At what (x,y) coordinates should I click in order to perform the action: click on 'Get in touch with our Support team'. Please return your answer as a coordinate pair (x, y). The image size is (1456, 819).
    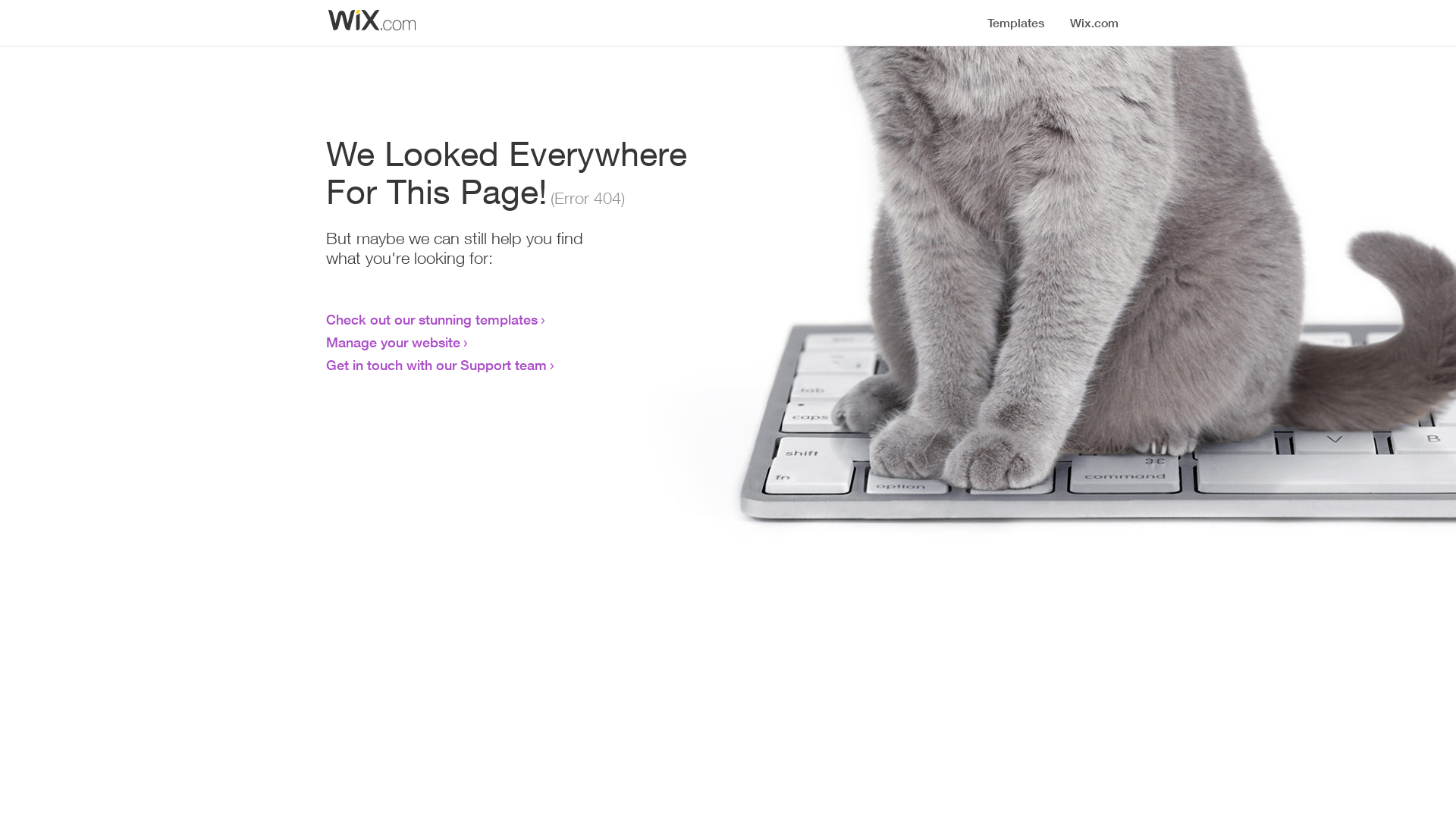
    Looking at the image, I should click on (435, 365).